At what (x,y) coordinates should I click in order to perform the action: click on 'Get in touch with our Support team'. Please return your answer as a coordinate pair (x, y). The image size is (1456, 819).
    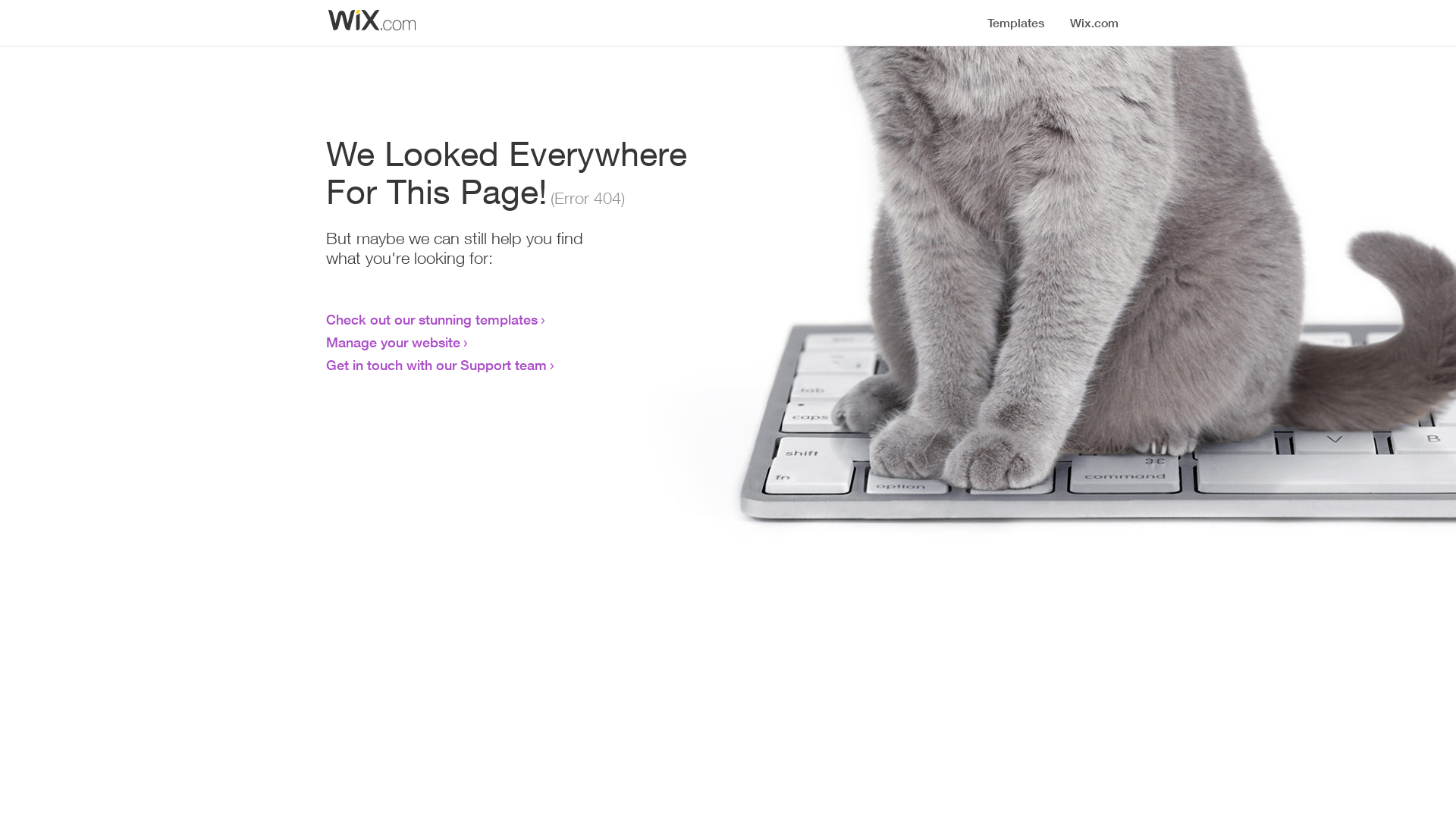
    Looking at the image, I should click on (435, 365).